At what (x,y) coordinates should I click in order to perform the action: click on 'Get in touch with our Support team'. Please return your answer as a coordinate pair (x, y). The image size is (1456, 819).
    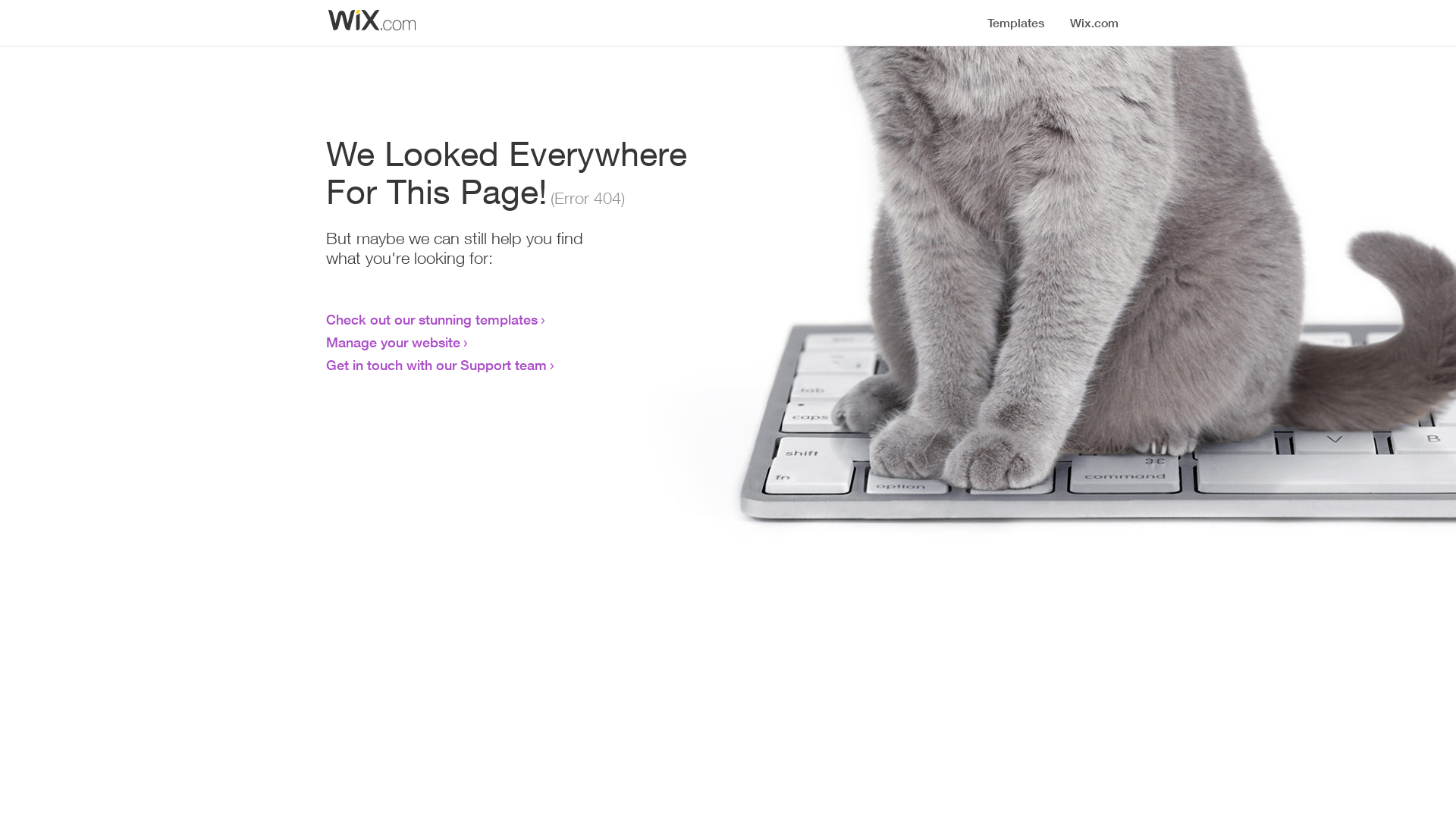
    Looking at the image, I should click on (435, 365).